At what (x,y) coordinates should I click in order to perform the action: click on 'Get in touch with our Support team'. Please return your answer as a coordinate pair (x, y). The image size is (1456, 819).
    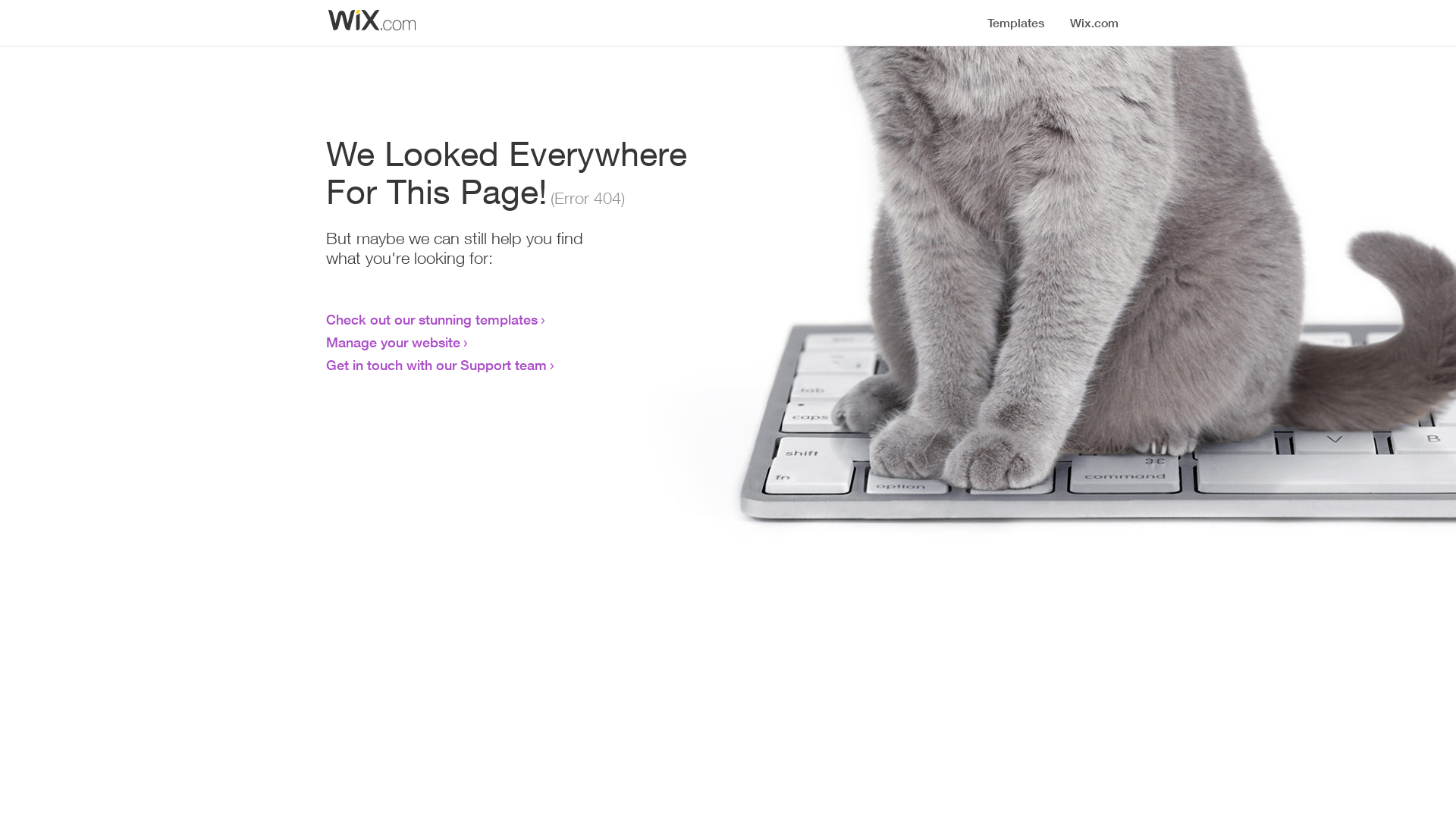
    Looking at the image, I should click on (435, 365).